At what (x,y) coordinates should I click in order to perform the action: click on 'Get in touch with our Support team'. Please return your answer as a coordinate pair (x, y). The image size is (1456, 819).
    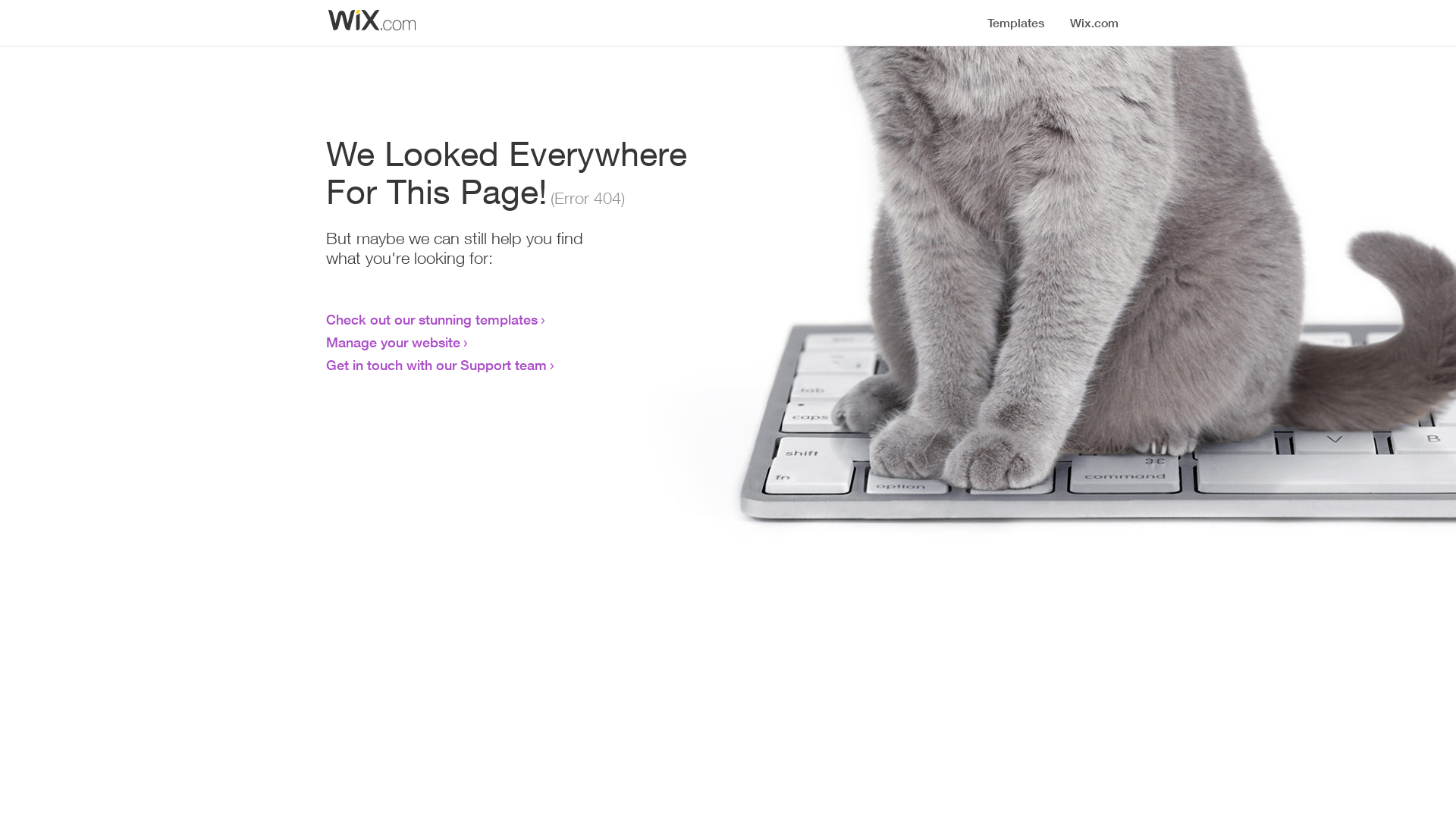
    Looking at the image, I should click on (435, 365).